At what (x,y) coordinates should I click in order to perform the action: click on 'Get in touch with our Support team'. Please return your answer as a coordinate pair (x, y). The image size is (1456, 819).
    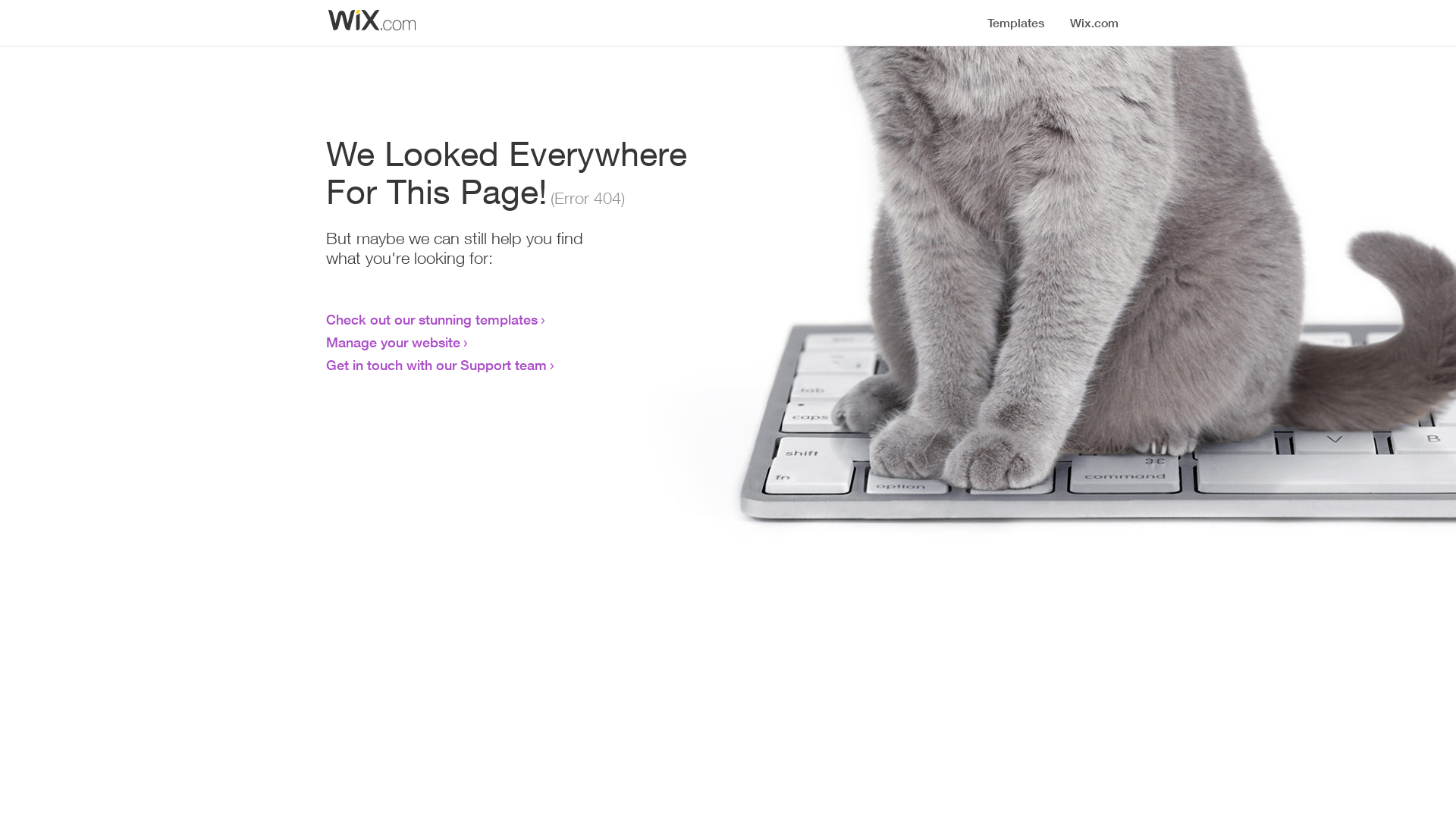
    Looking at the image, I should click on (435, 365).